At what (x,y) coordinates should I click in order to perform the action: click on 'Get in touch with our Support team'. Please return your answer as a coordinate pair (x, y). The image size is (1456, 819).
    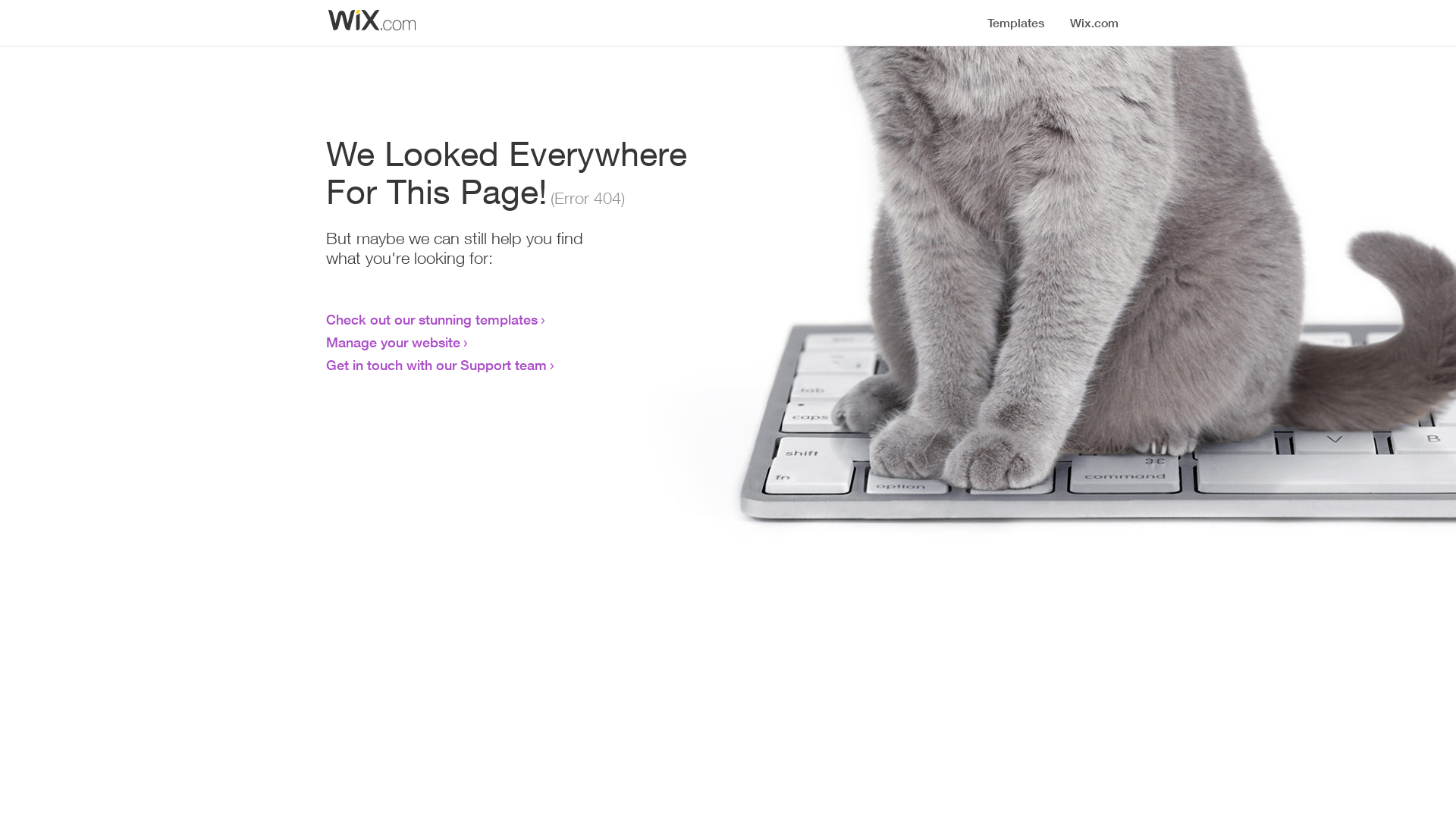
    Looking at the image, I should click on (435, 365).